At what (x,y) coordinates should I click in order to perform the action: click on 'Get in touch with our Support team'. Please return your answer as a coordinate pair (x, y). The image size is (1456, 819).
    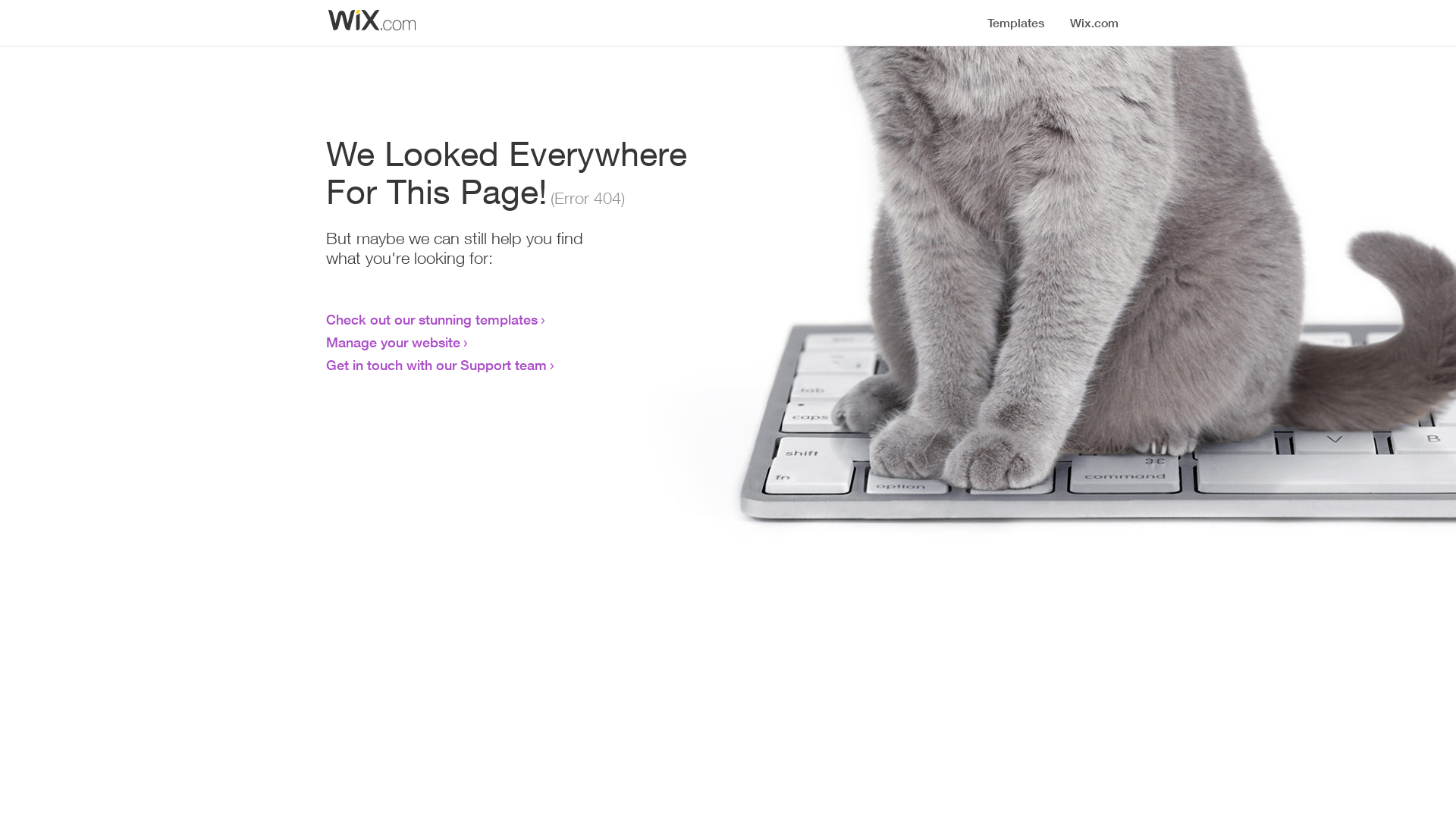
    Looking at the image, I should click on (435, 365).